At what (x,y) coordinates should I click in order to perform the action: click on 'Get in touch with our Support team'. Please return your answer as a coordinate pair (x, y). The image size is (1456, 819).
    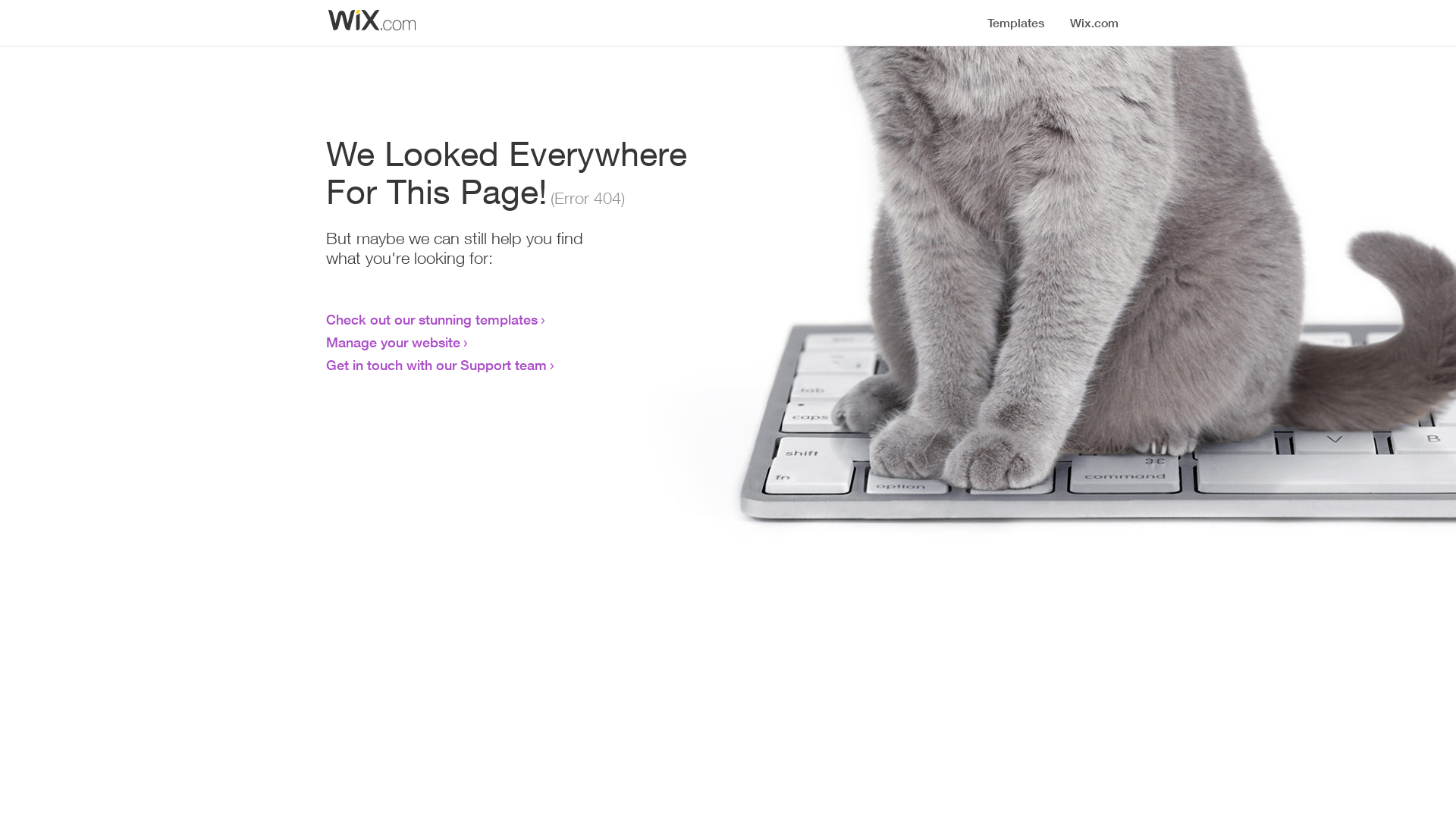
    Looking at the image, I should click on (435, 365).